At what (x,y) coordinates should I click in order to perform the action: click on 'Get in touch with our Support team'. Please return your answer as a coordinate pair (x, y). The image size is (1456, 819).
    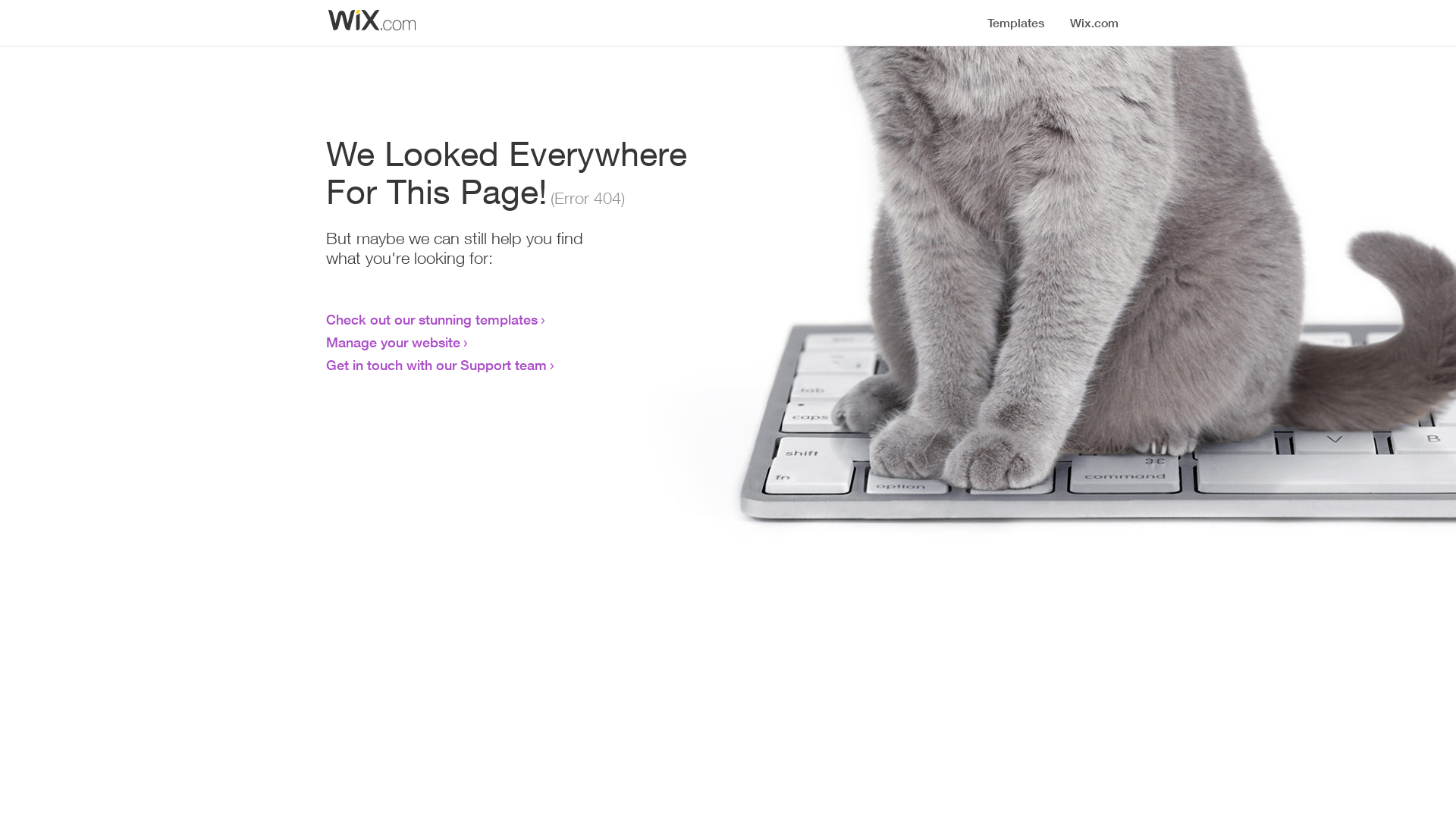
    Looking at the image, I should click on (435, 365).